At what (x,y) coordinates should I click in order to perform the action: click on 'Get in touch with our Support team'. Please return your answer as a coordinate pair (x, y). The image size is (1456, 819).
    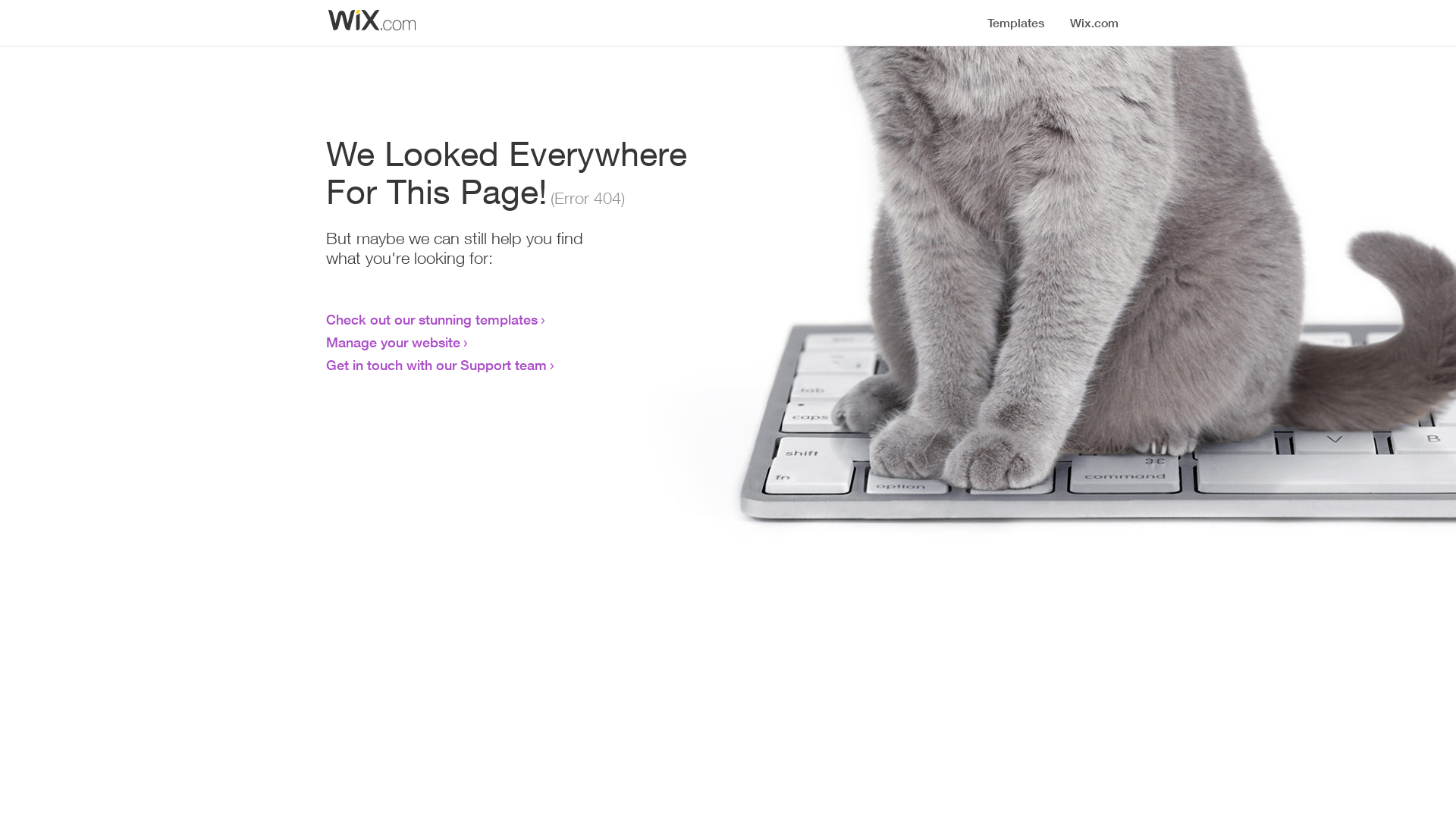
    Looking at the image, I should click on (435, 365).